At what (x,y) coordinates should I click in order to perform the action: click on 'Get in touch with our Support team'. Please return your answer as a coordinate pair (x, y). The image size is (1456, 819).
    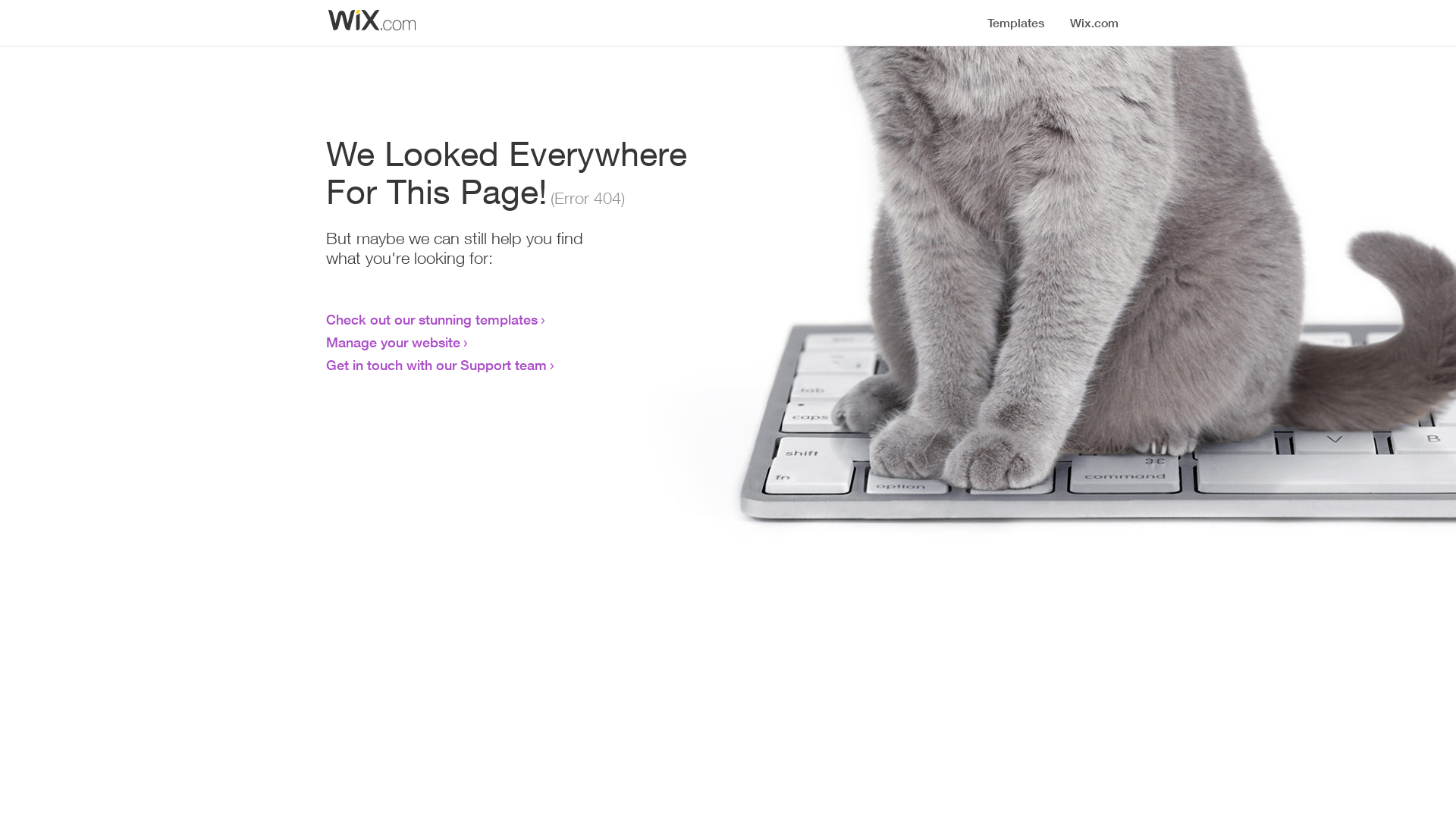
    Looking at the image, I should click on (435, 365).